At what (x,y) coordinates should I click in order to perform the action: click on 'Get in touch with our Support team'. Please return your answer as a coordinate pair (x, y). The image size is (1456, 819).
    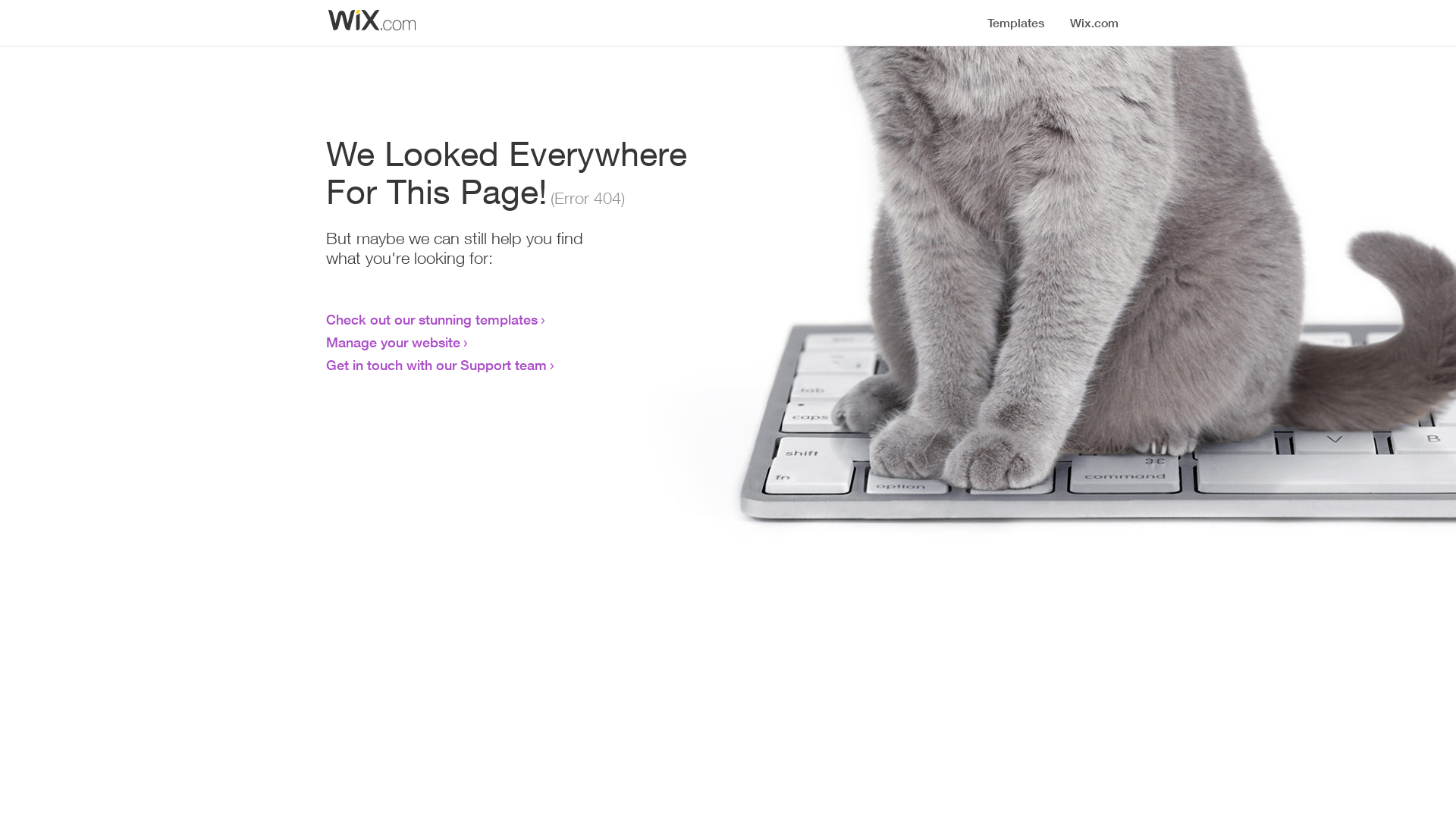
    Looking at the image, I should click on (435, 365).